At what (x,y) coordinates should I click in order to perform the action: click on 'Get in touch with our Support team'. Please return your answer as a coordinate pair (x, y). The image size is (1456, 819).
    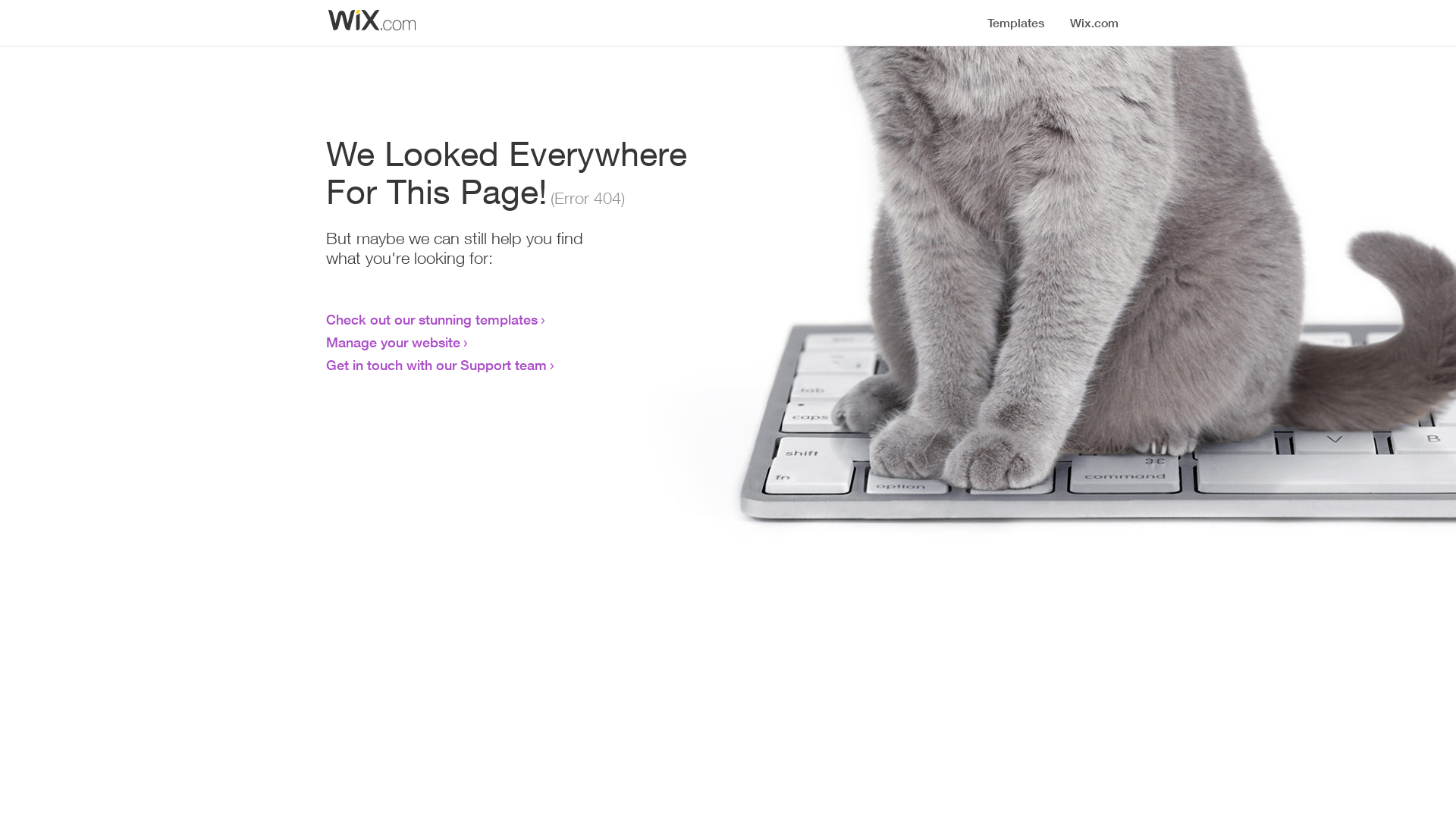
    Looking at the image, I should click on (435, 365).